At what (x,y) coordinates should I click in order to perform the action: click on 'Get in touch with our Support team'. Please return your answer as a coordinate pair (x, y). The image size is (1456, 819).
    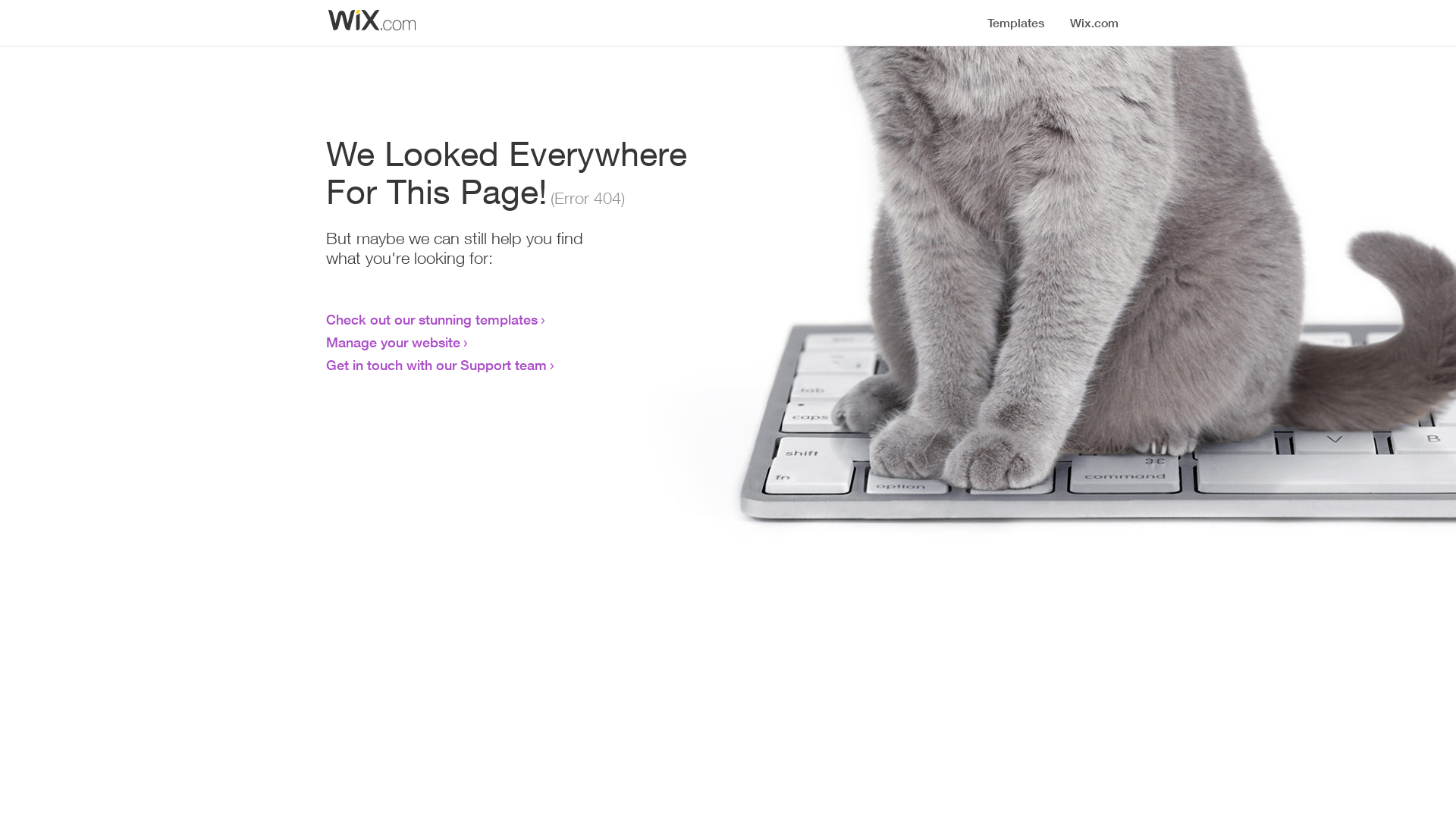
    Looking at the image, I should click on (435, 365).